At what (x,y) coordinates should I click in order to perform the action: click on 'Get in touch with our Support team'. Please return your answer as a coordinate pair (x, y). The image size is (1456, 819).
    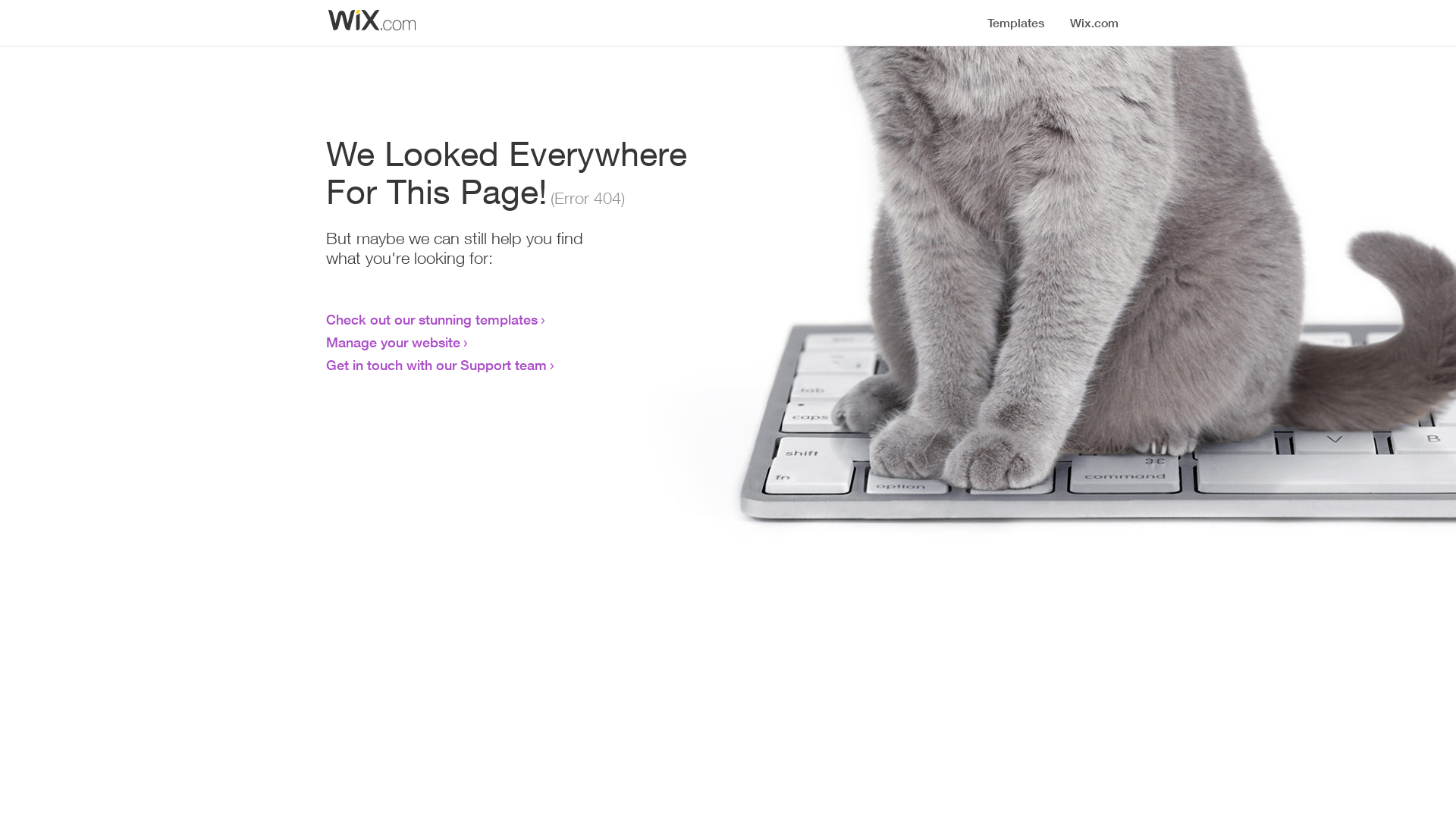
    Looking at the image, I should click on (435, 365).